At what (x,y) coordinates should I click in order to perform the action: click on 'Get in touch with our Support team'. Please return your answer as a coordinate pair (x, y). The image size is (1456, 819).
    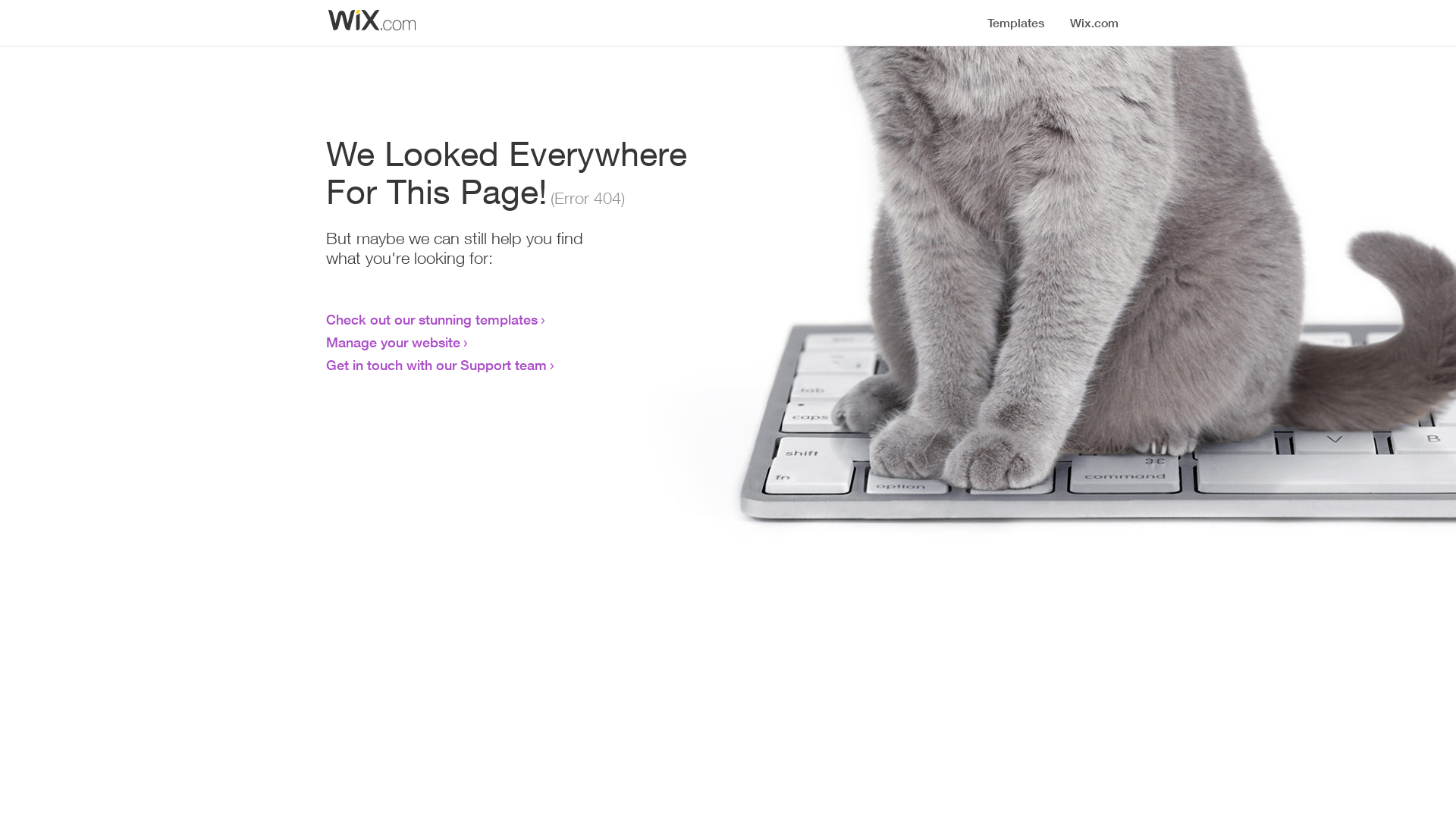
    Looking at the image, I should click on (435, 365).